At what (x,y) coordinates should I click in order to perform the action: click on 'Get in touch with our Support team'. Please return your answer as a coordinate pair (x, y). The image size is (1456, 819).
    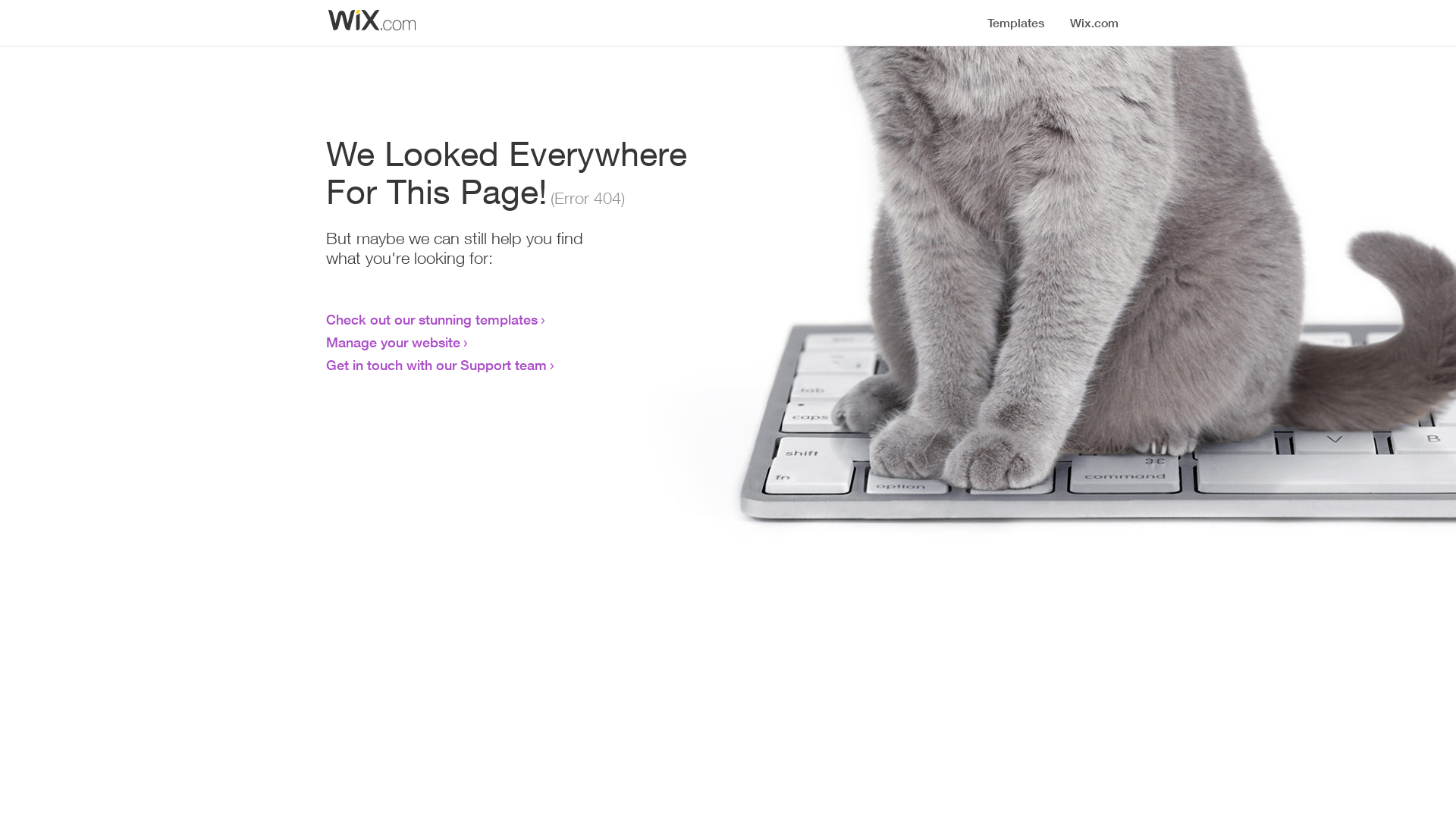
    Looking at the image, I should click on (435, 365).